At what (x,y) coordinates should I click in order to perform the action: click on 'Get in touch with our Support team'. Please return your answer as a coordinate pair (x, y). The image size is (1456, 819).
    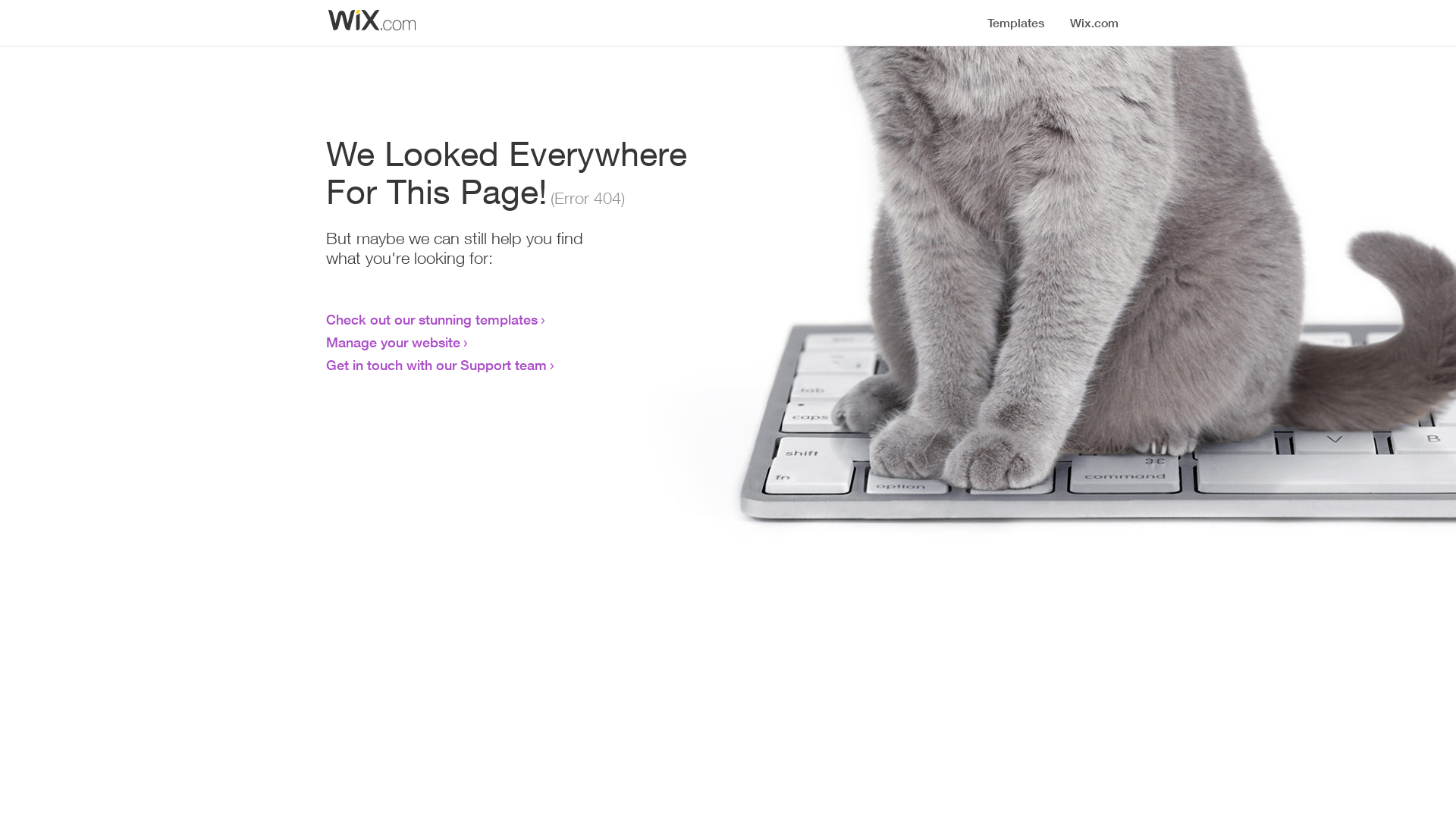
    Looking at the image, I should click on (435, 365).